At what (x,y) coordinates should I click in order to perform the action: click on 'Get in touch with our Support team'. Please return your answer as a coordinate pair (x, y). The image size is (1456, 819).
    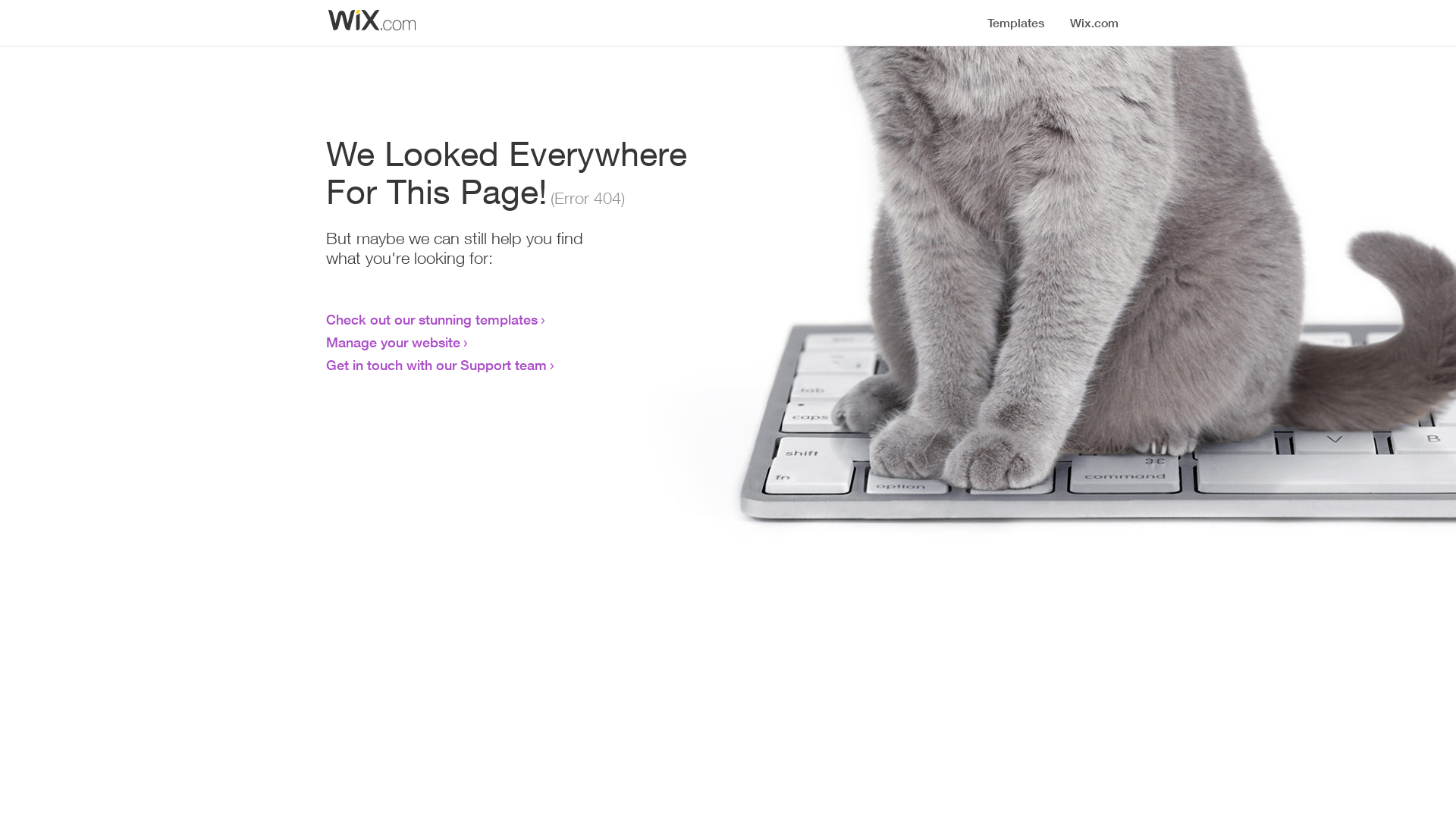
    Looking at the image, I should click on (435, 365).